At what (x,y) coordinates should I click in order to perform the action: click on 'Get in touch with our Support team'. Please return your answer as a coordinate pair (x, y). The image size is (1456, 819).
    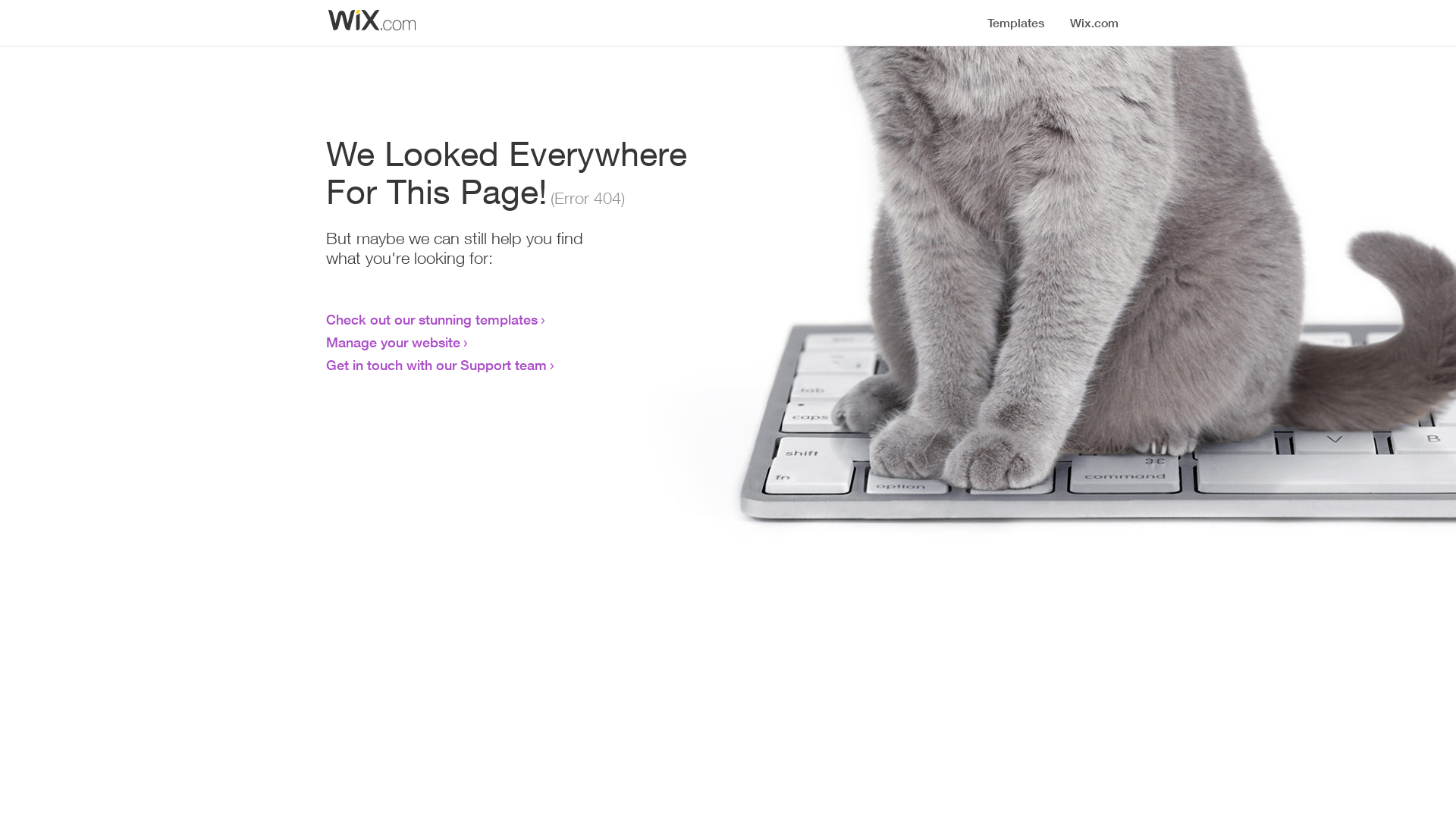
    Looking at the image, I should click on (435, 365).